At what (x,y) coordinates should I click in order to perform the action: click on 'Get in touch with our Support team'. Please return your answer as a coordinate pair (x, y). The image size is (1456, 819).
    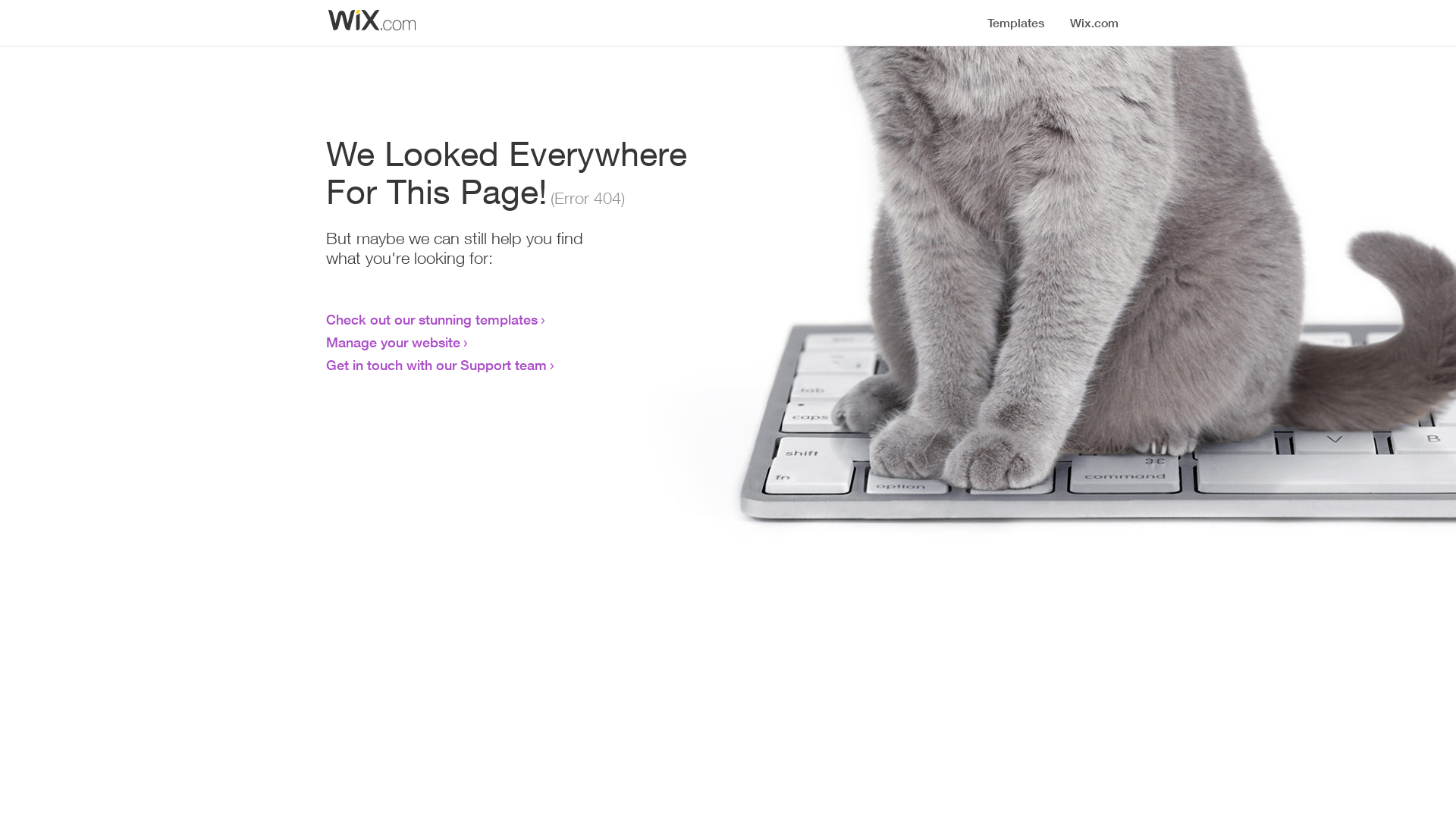
    Looking at the image, I should click on (435, 365).